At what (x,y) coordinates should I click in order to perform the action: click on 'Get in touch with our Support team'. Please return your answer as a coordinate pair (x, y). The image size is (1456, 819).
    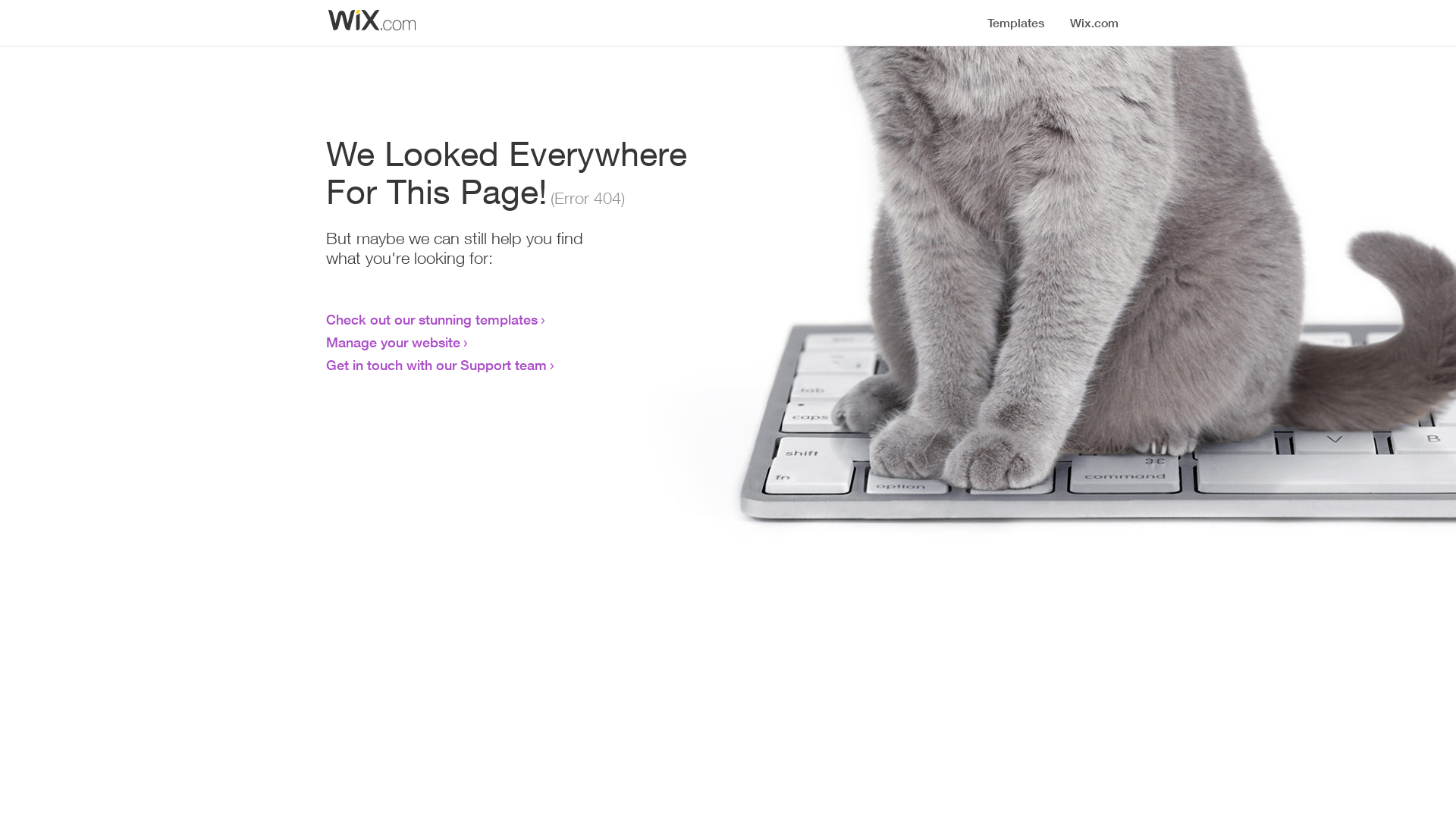
    Looking at the image, I should click on (435, 365).